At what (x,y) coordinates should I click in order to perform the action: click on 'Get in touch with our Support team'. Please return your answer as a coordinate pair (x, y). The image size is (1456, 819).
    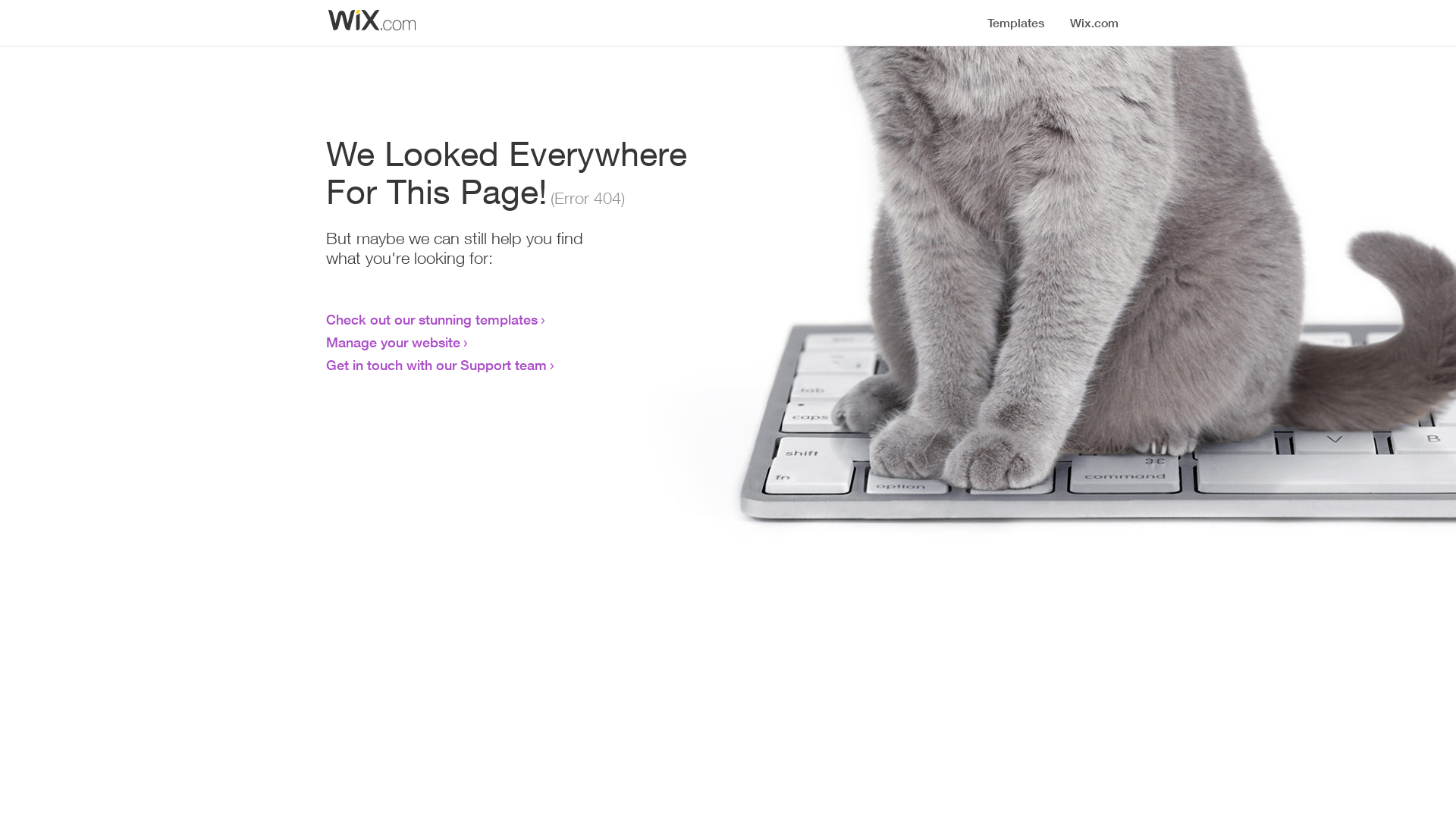
    Looking at the image, I should click on (435, 365).